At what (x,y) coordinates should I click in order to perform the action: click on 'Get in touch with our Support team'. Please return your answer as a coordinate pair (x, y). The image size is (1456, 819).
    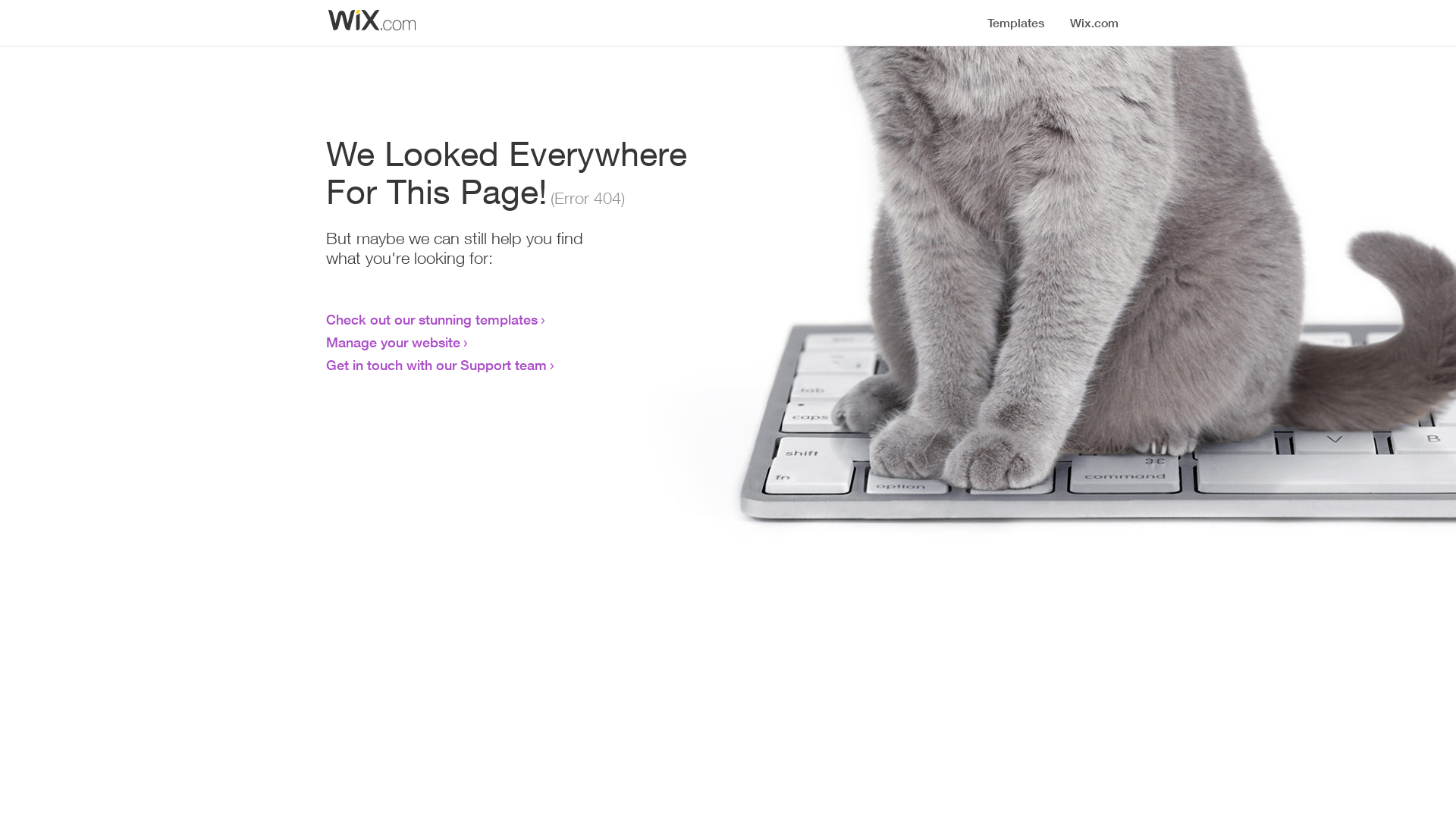
    Looking at the image, I should click on (435, 365).